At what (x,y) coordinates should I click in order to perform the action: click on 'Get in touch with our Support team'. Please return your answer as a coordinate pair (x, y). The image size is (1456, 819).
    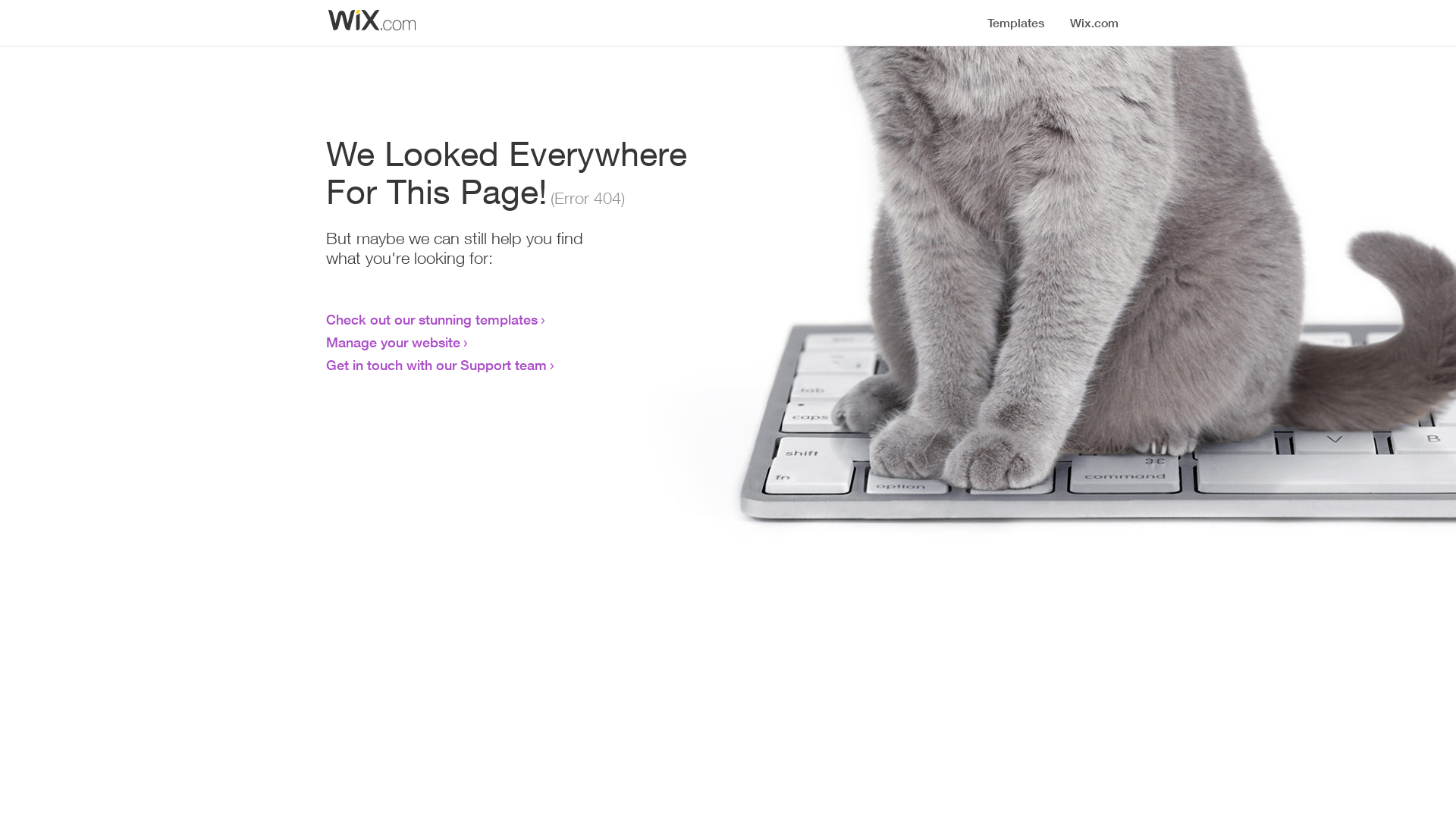
    Looking at the image, I should click on (435, 365).